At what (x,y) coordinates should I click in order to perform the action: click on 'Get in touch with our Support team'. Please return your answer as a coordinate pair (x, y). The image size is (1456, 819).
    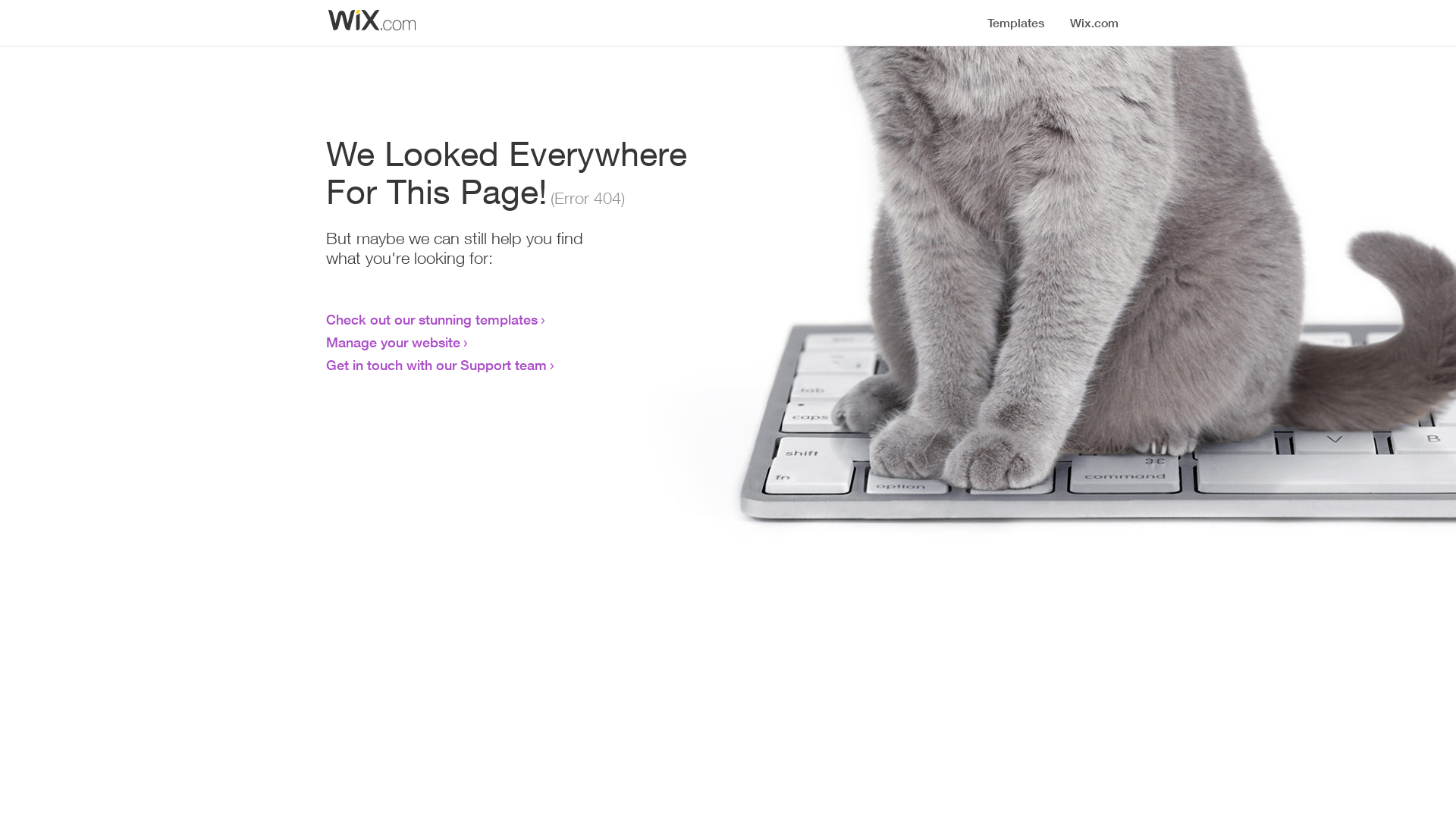
    Looking at the image, I should click on (435, 365).